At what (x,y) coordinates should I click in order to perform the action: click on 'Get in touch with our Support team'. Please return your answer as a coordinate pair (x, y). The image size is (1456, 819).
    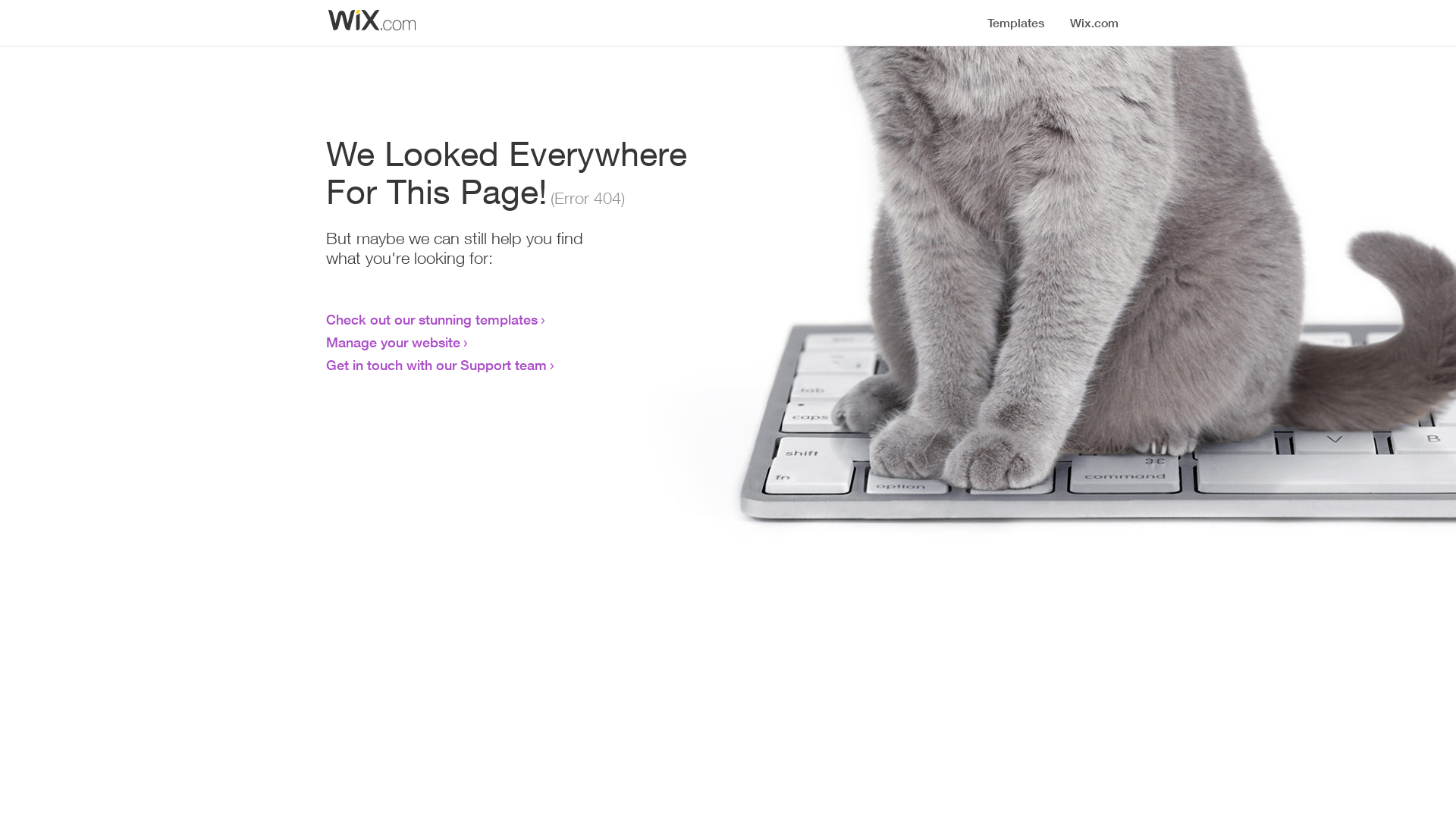
    Looking at the image, I should click on (435, 365).